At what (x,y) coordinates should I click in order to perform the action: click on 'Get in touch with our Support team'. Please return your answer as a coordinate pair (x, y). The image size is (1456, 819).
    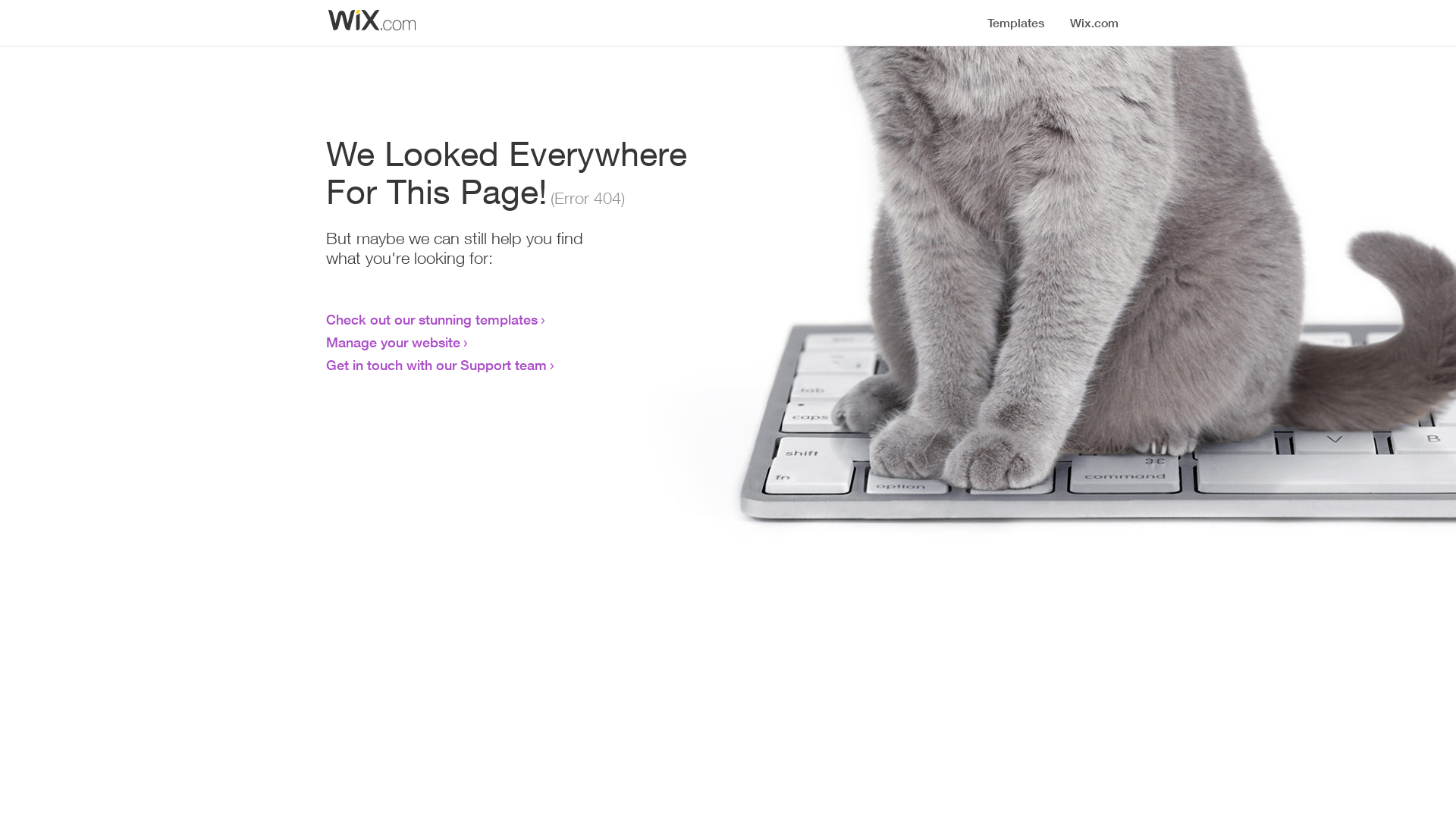
    Looking at the image, I should click on (435, 365).